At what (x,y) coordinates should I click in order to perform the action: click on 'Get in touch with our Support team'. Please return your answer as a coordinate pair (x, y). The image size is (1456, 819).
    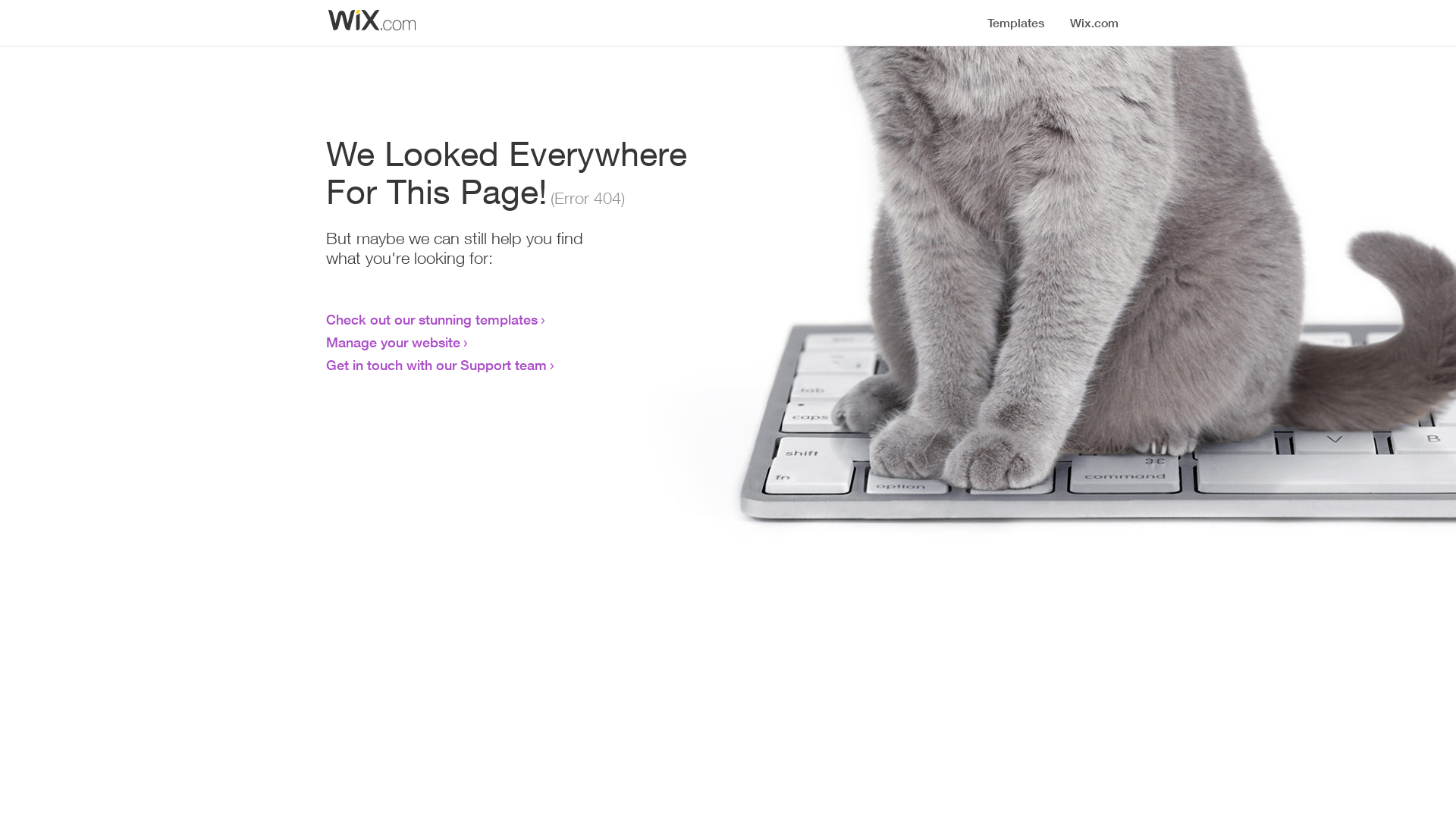
    Looking at the image, I should click on (435, 365).